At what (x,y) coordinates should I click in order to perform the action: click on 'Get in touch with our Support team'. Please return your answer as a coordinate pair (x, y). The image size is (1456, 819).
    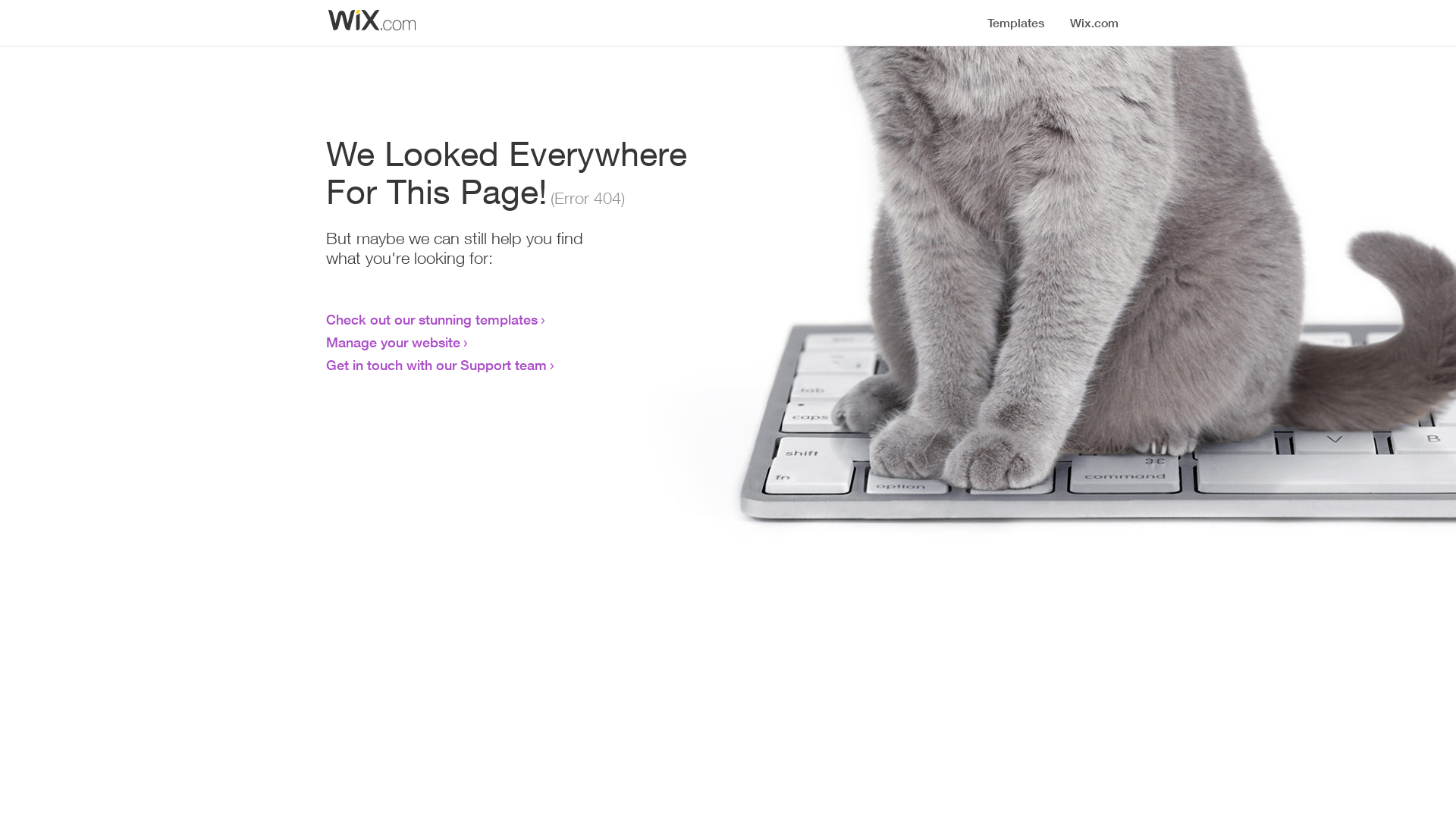
    Looking at the image, I should click on (435, 365).